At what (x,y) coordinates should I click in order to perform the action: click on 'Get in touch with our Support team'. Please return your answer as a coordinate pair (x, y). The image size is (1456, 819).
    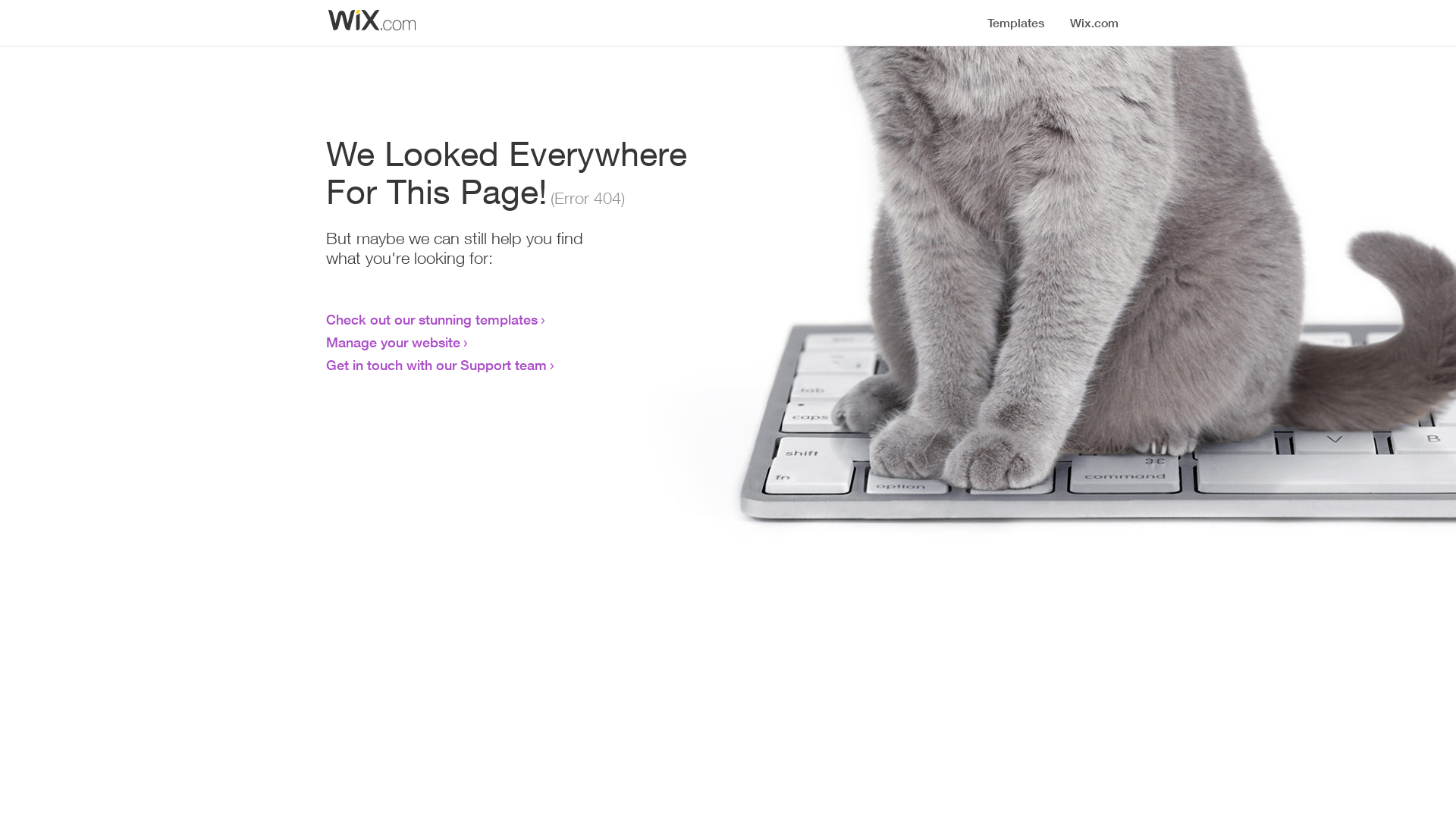
    Looking at the image, I should click on (435, 365).